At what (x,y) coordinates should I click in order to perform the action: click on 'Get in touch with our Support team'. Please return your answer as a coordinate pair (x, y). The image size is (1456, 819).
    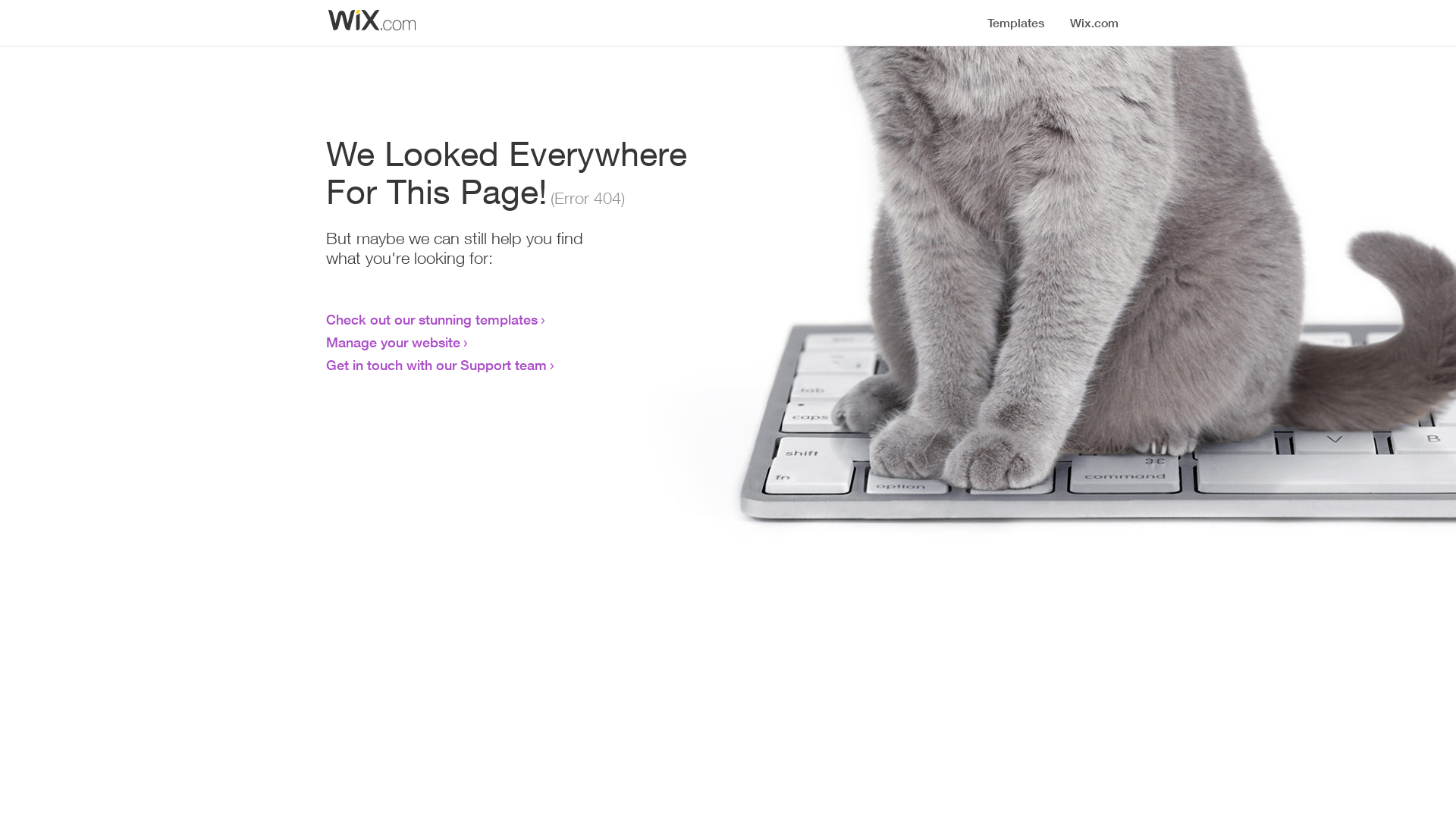
    Looking at the image, I should click on (435, 365).